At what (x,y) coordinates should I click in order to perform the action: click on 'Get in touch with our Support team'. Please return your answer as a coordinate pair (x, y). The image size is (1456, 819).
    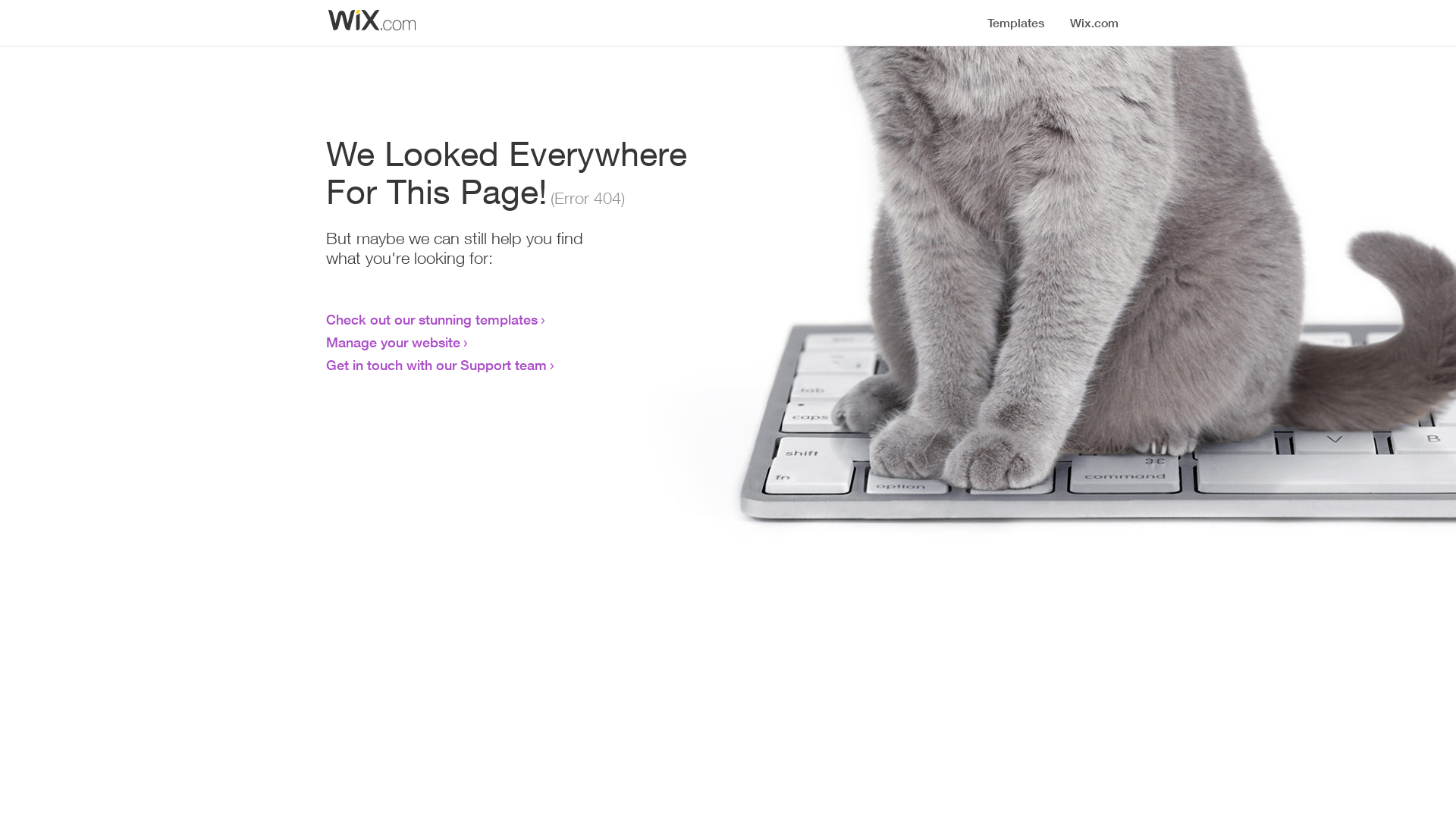
    Looking at the image, I should click on (435, 365).